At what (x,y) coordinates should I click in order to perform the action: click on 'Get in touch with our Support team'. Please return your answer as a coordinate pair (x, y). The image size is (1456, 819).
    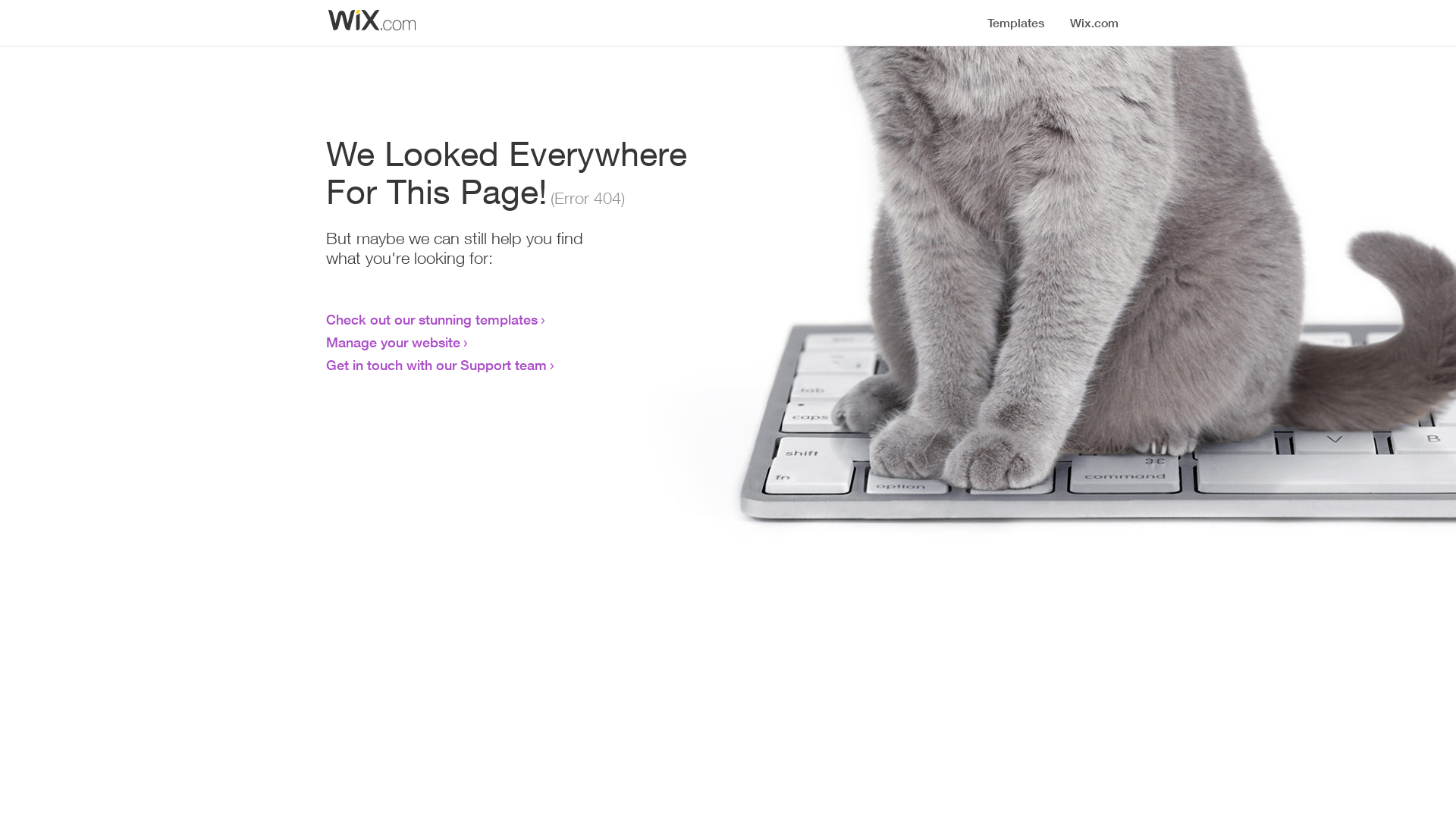
    Looking at the image, I should click on (435, 365).